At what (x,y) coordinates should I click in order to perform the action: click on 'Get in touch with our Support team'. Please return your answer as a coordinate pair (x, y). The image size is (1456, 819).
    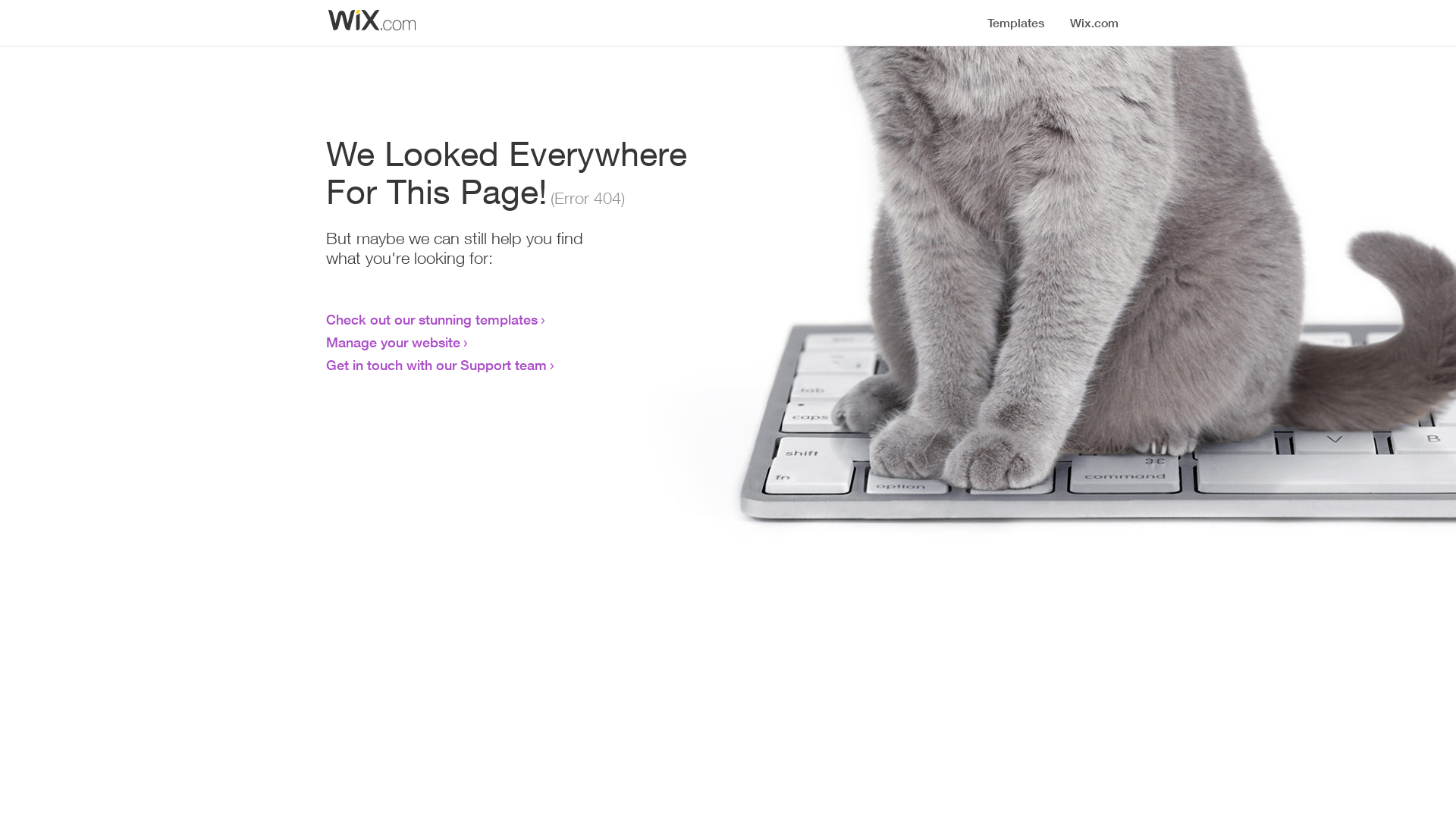
    Looking at the image, I should click on (435, 365).